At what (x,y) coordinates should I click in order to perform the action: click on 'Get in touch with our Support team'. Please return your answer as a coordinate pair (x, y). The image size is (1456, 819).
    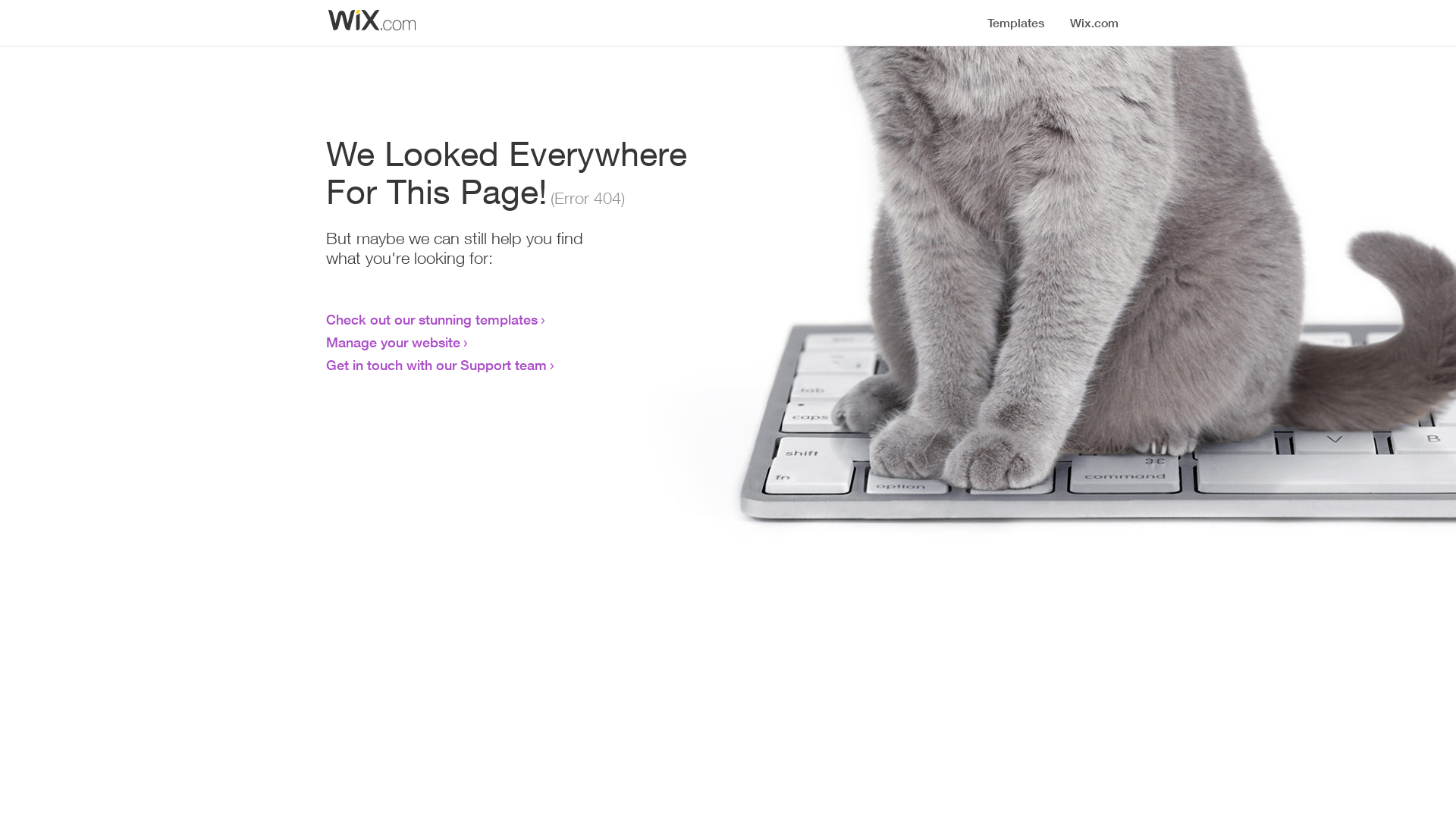
    Looking at the image, I should click on (435, 365).